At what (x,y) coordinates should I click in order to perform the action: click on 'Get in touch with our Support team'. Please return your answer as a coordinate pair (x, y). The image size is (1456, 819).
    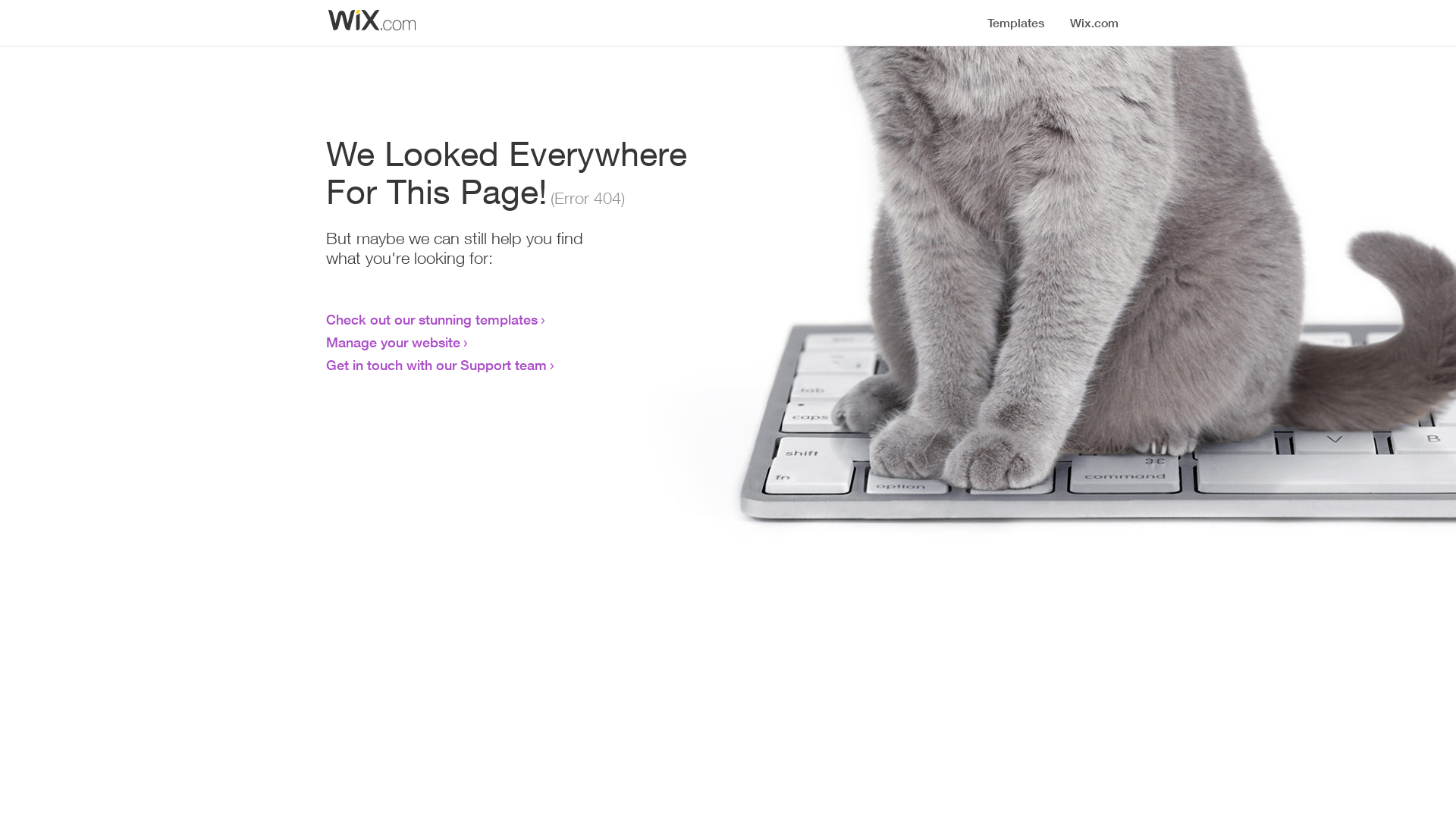
    Looking at the image, I should click on (435, 365).